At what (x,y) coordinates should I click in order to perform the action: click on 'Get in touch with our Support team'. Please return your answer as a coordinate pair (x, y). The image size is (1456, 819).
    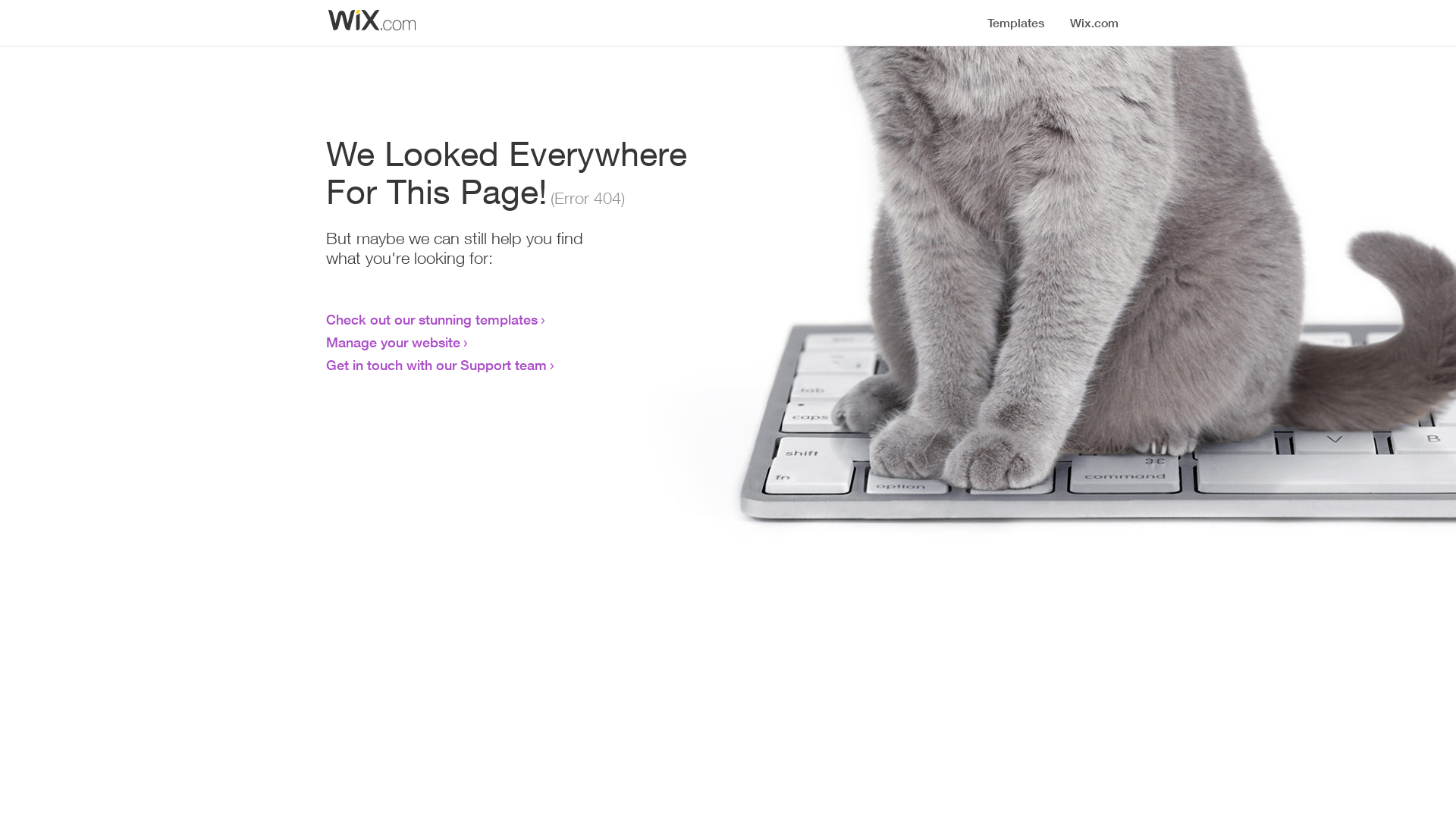
    Looking at the image, I should click on (435, 365).